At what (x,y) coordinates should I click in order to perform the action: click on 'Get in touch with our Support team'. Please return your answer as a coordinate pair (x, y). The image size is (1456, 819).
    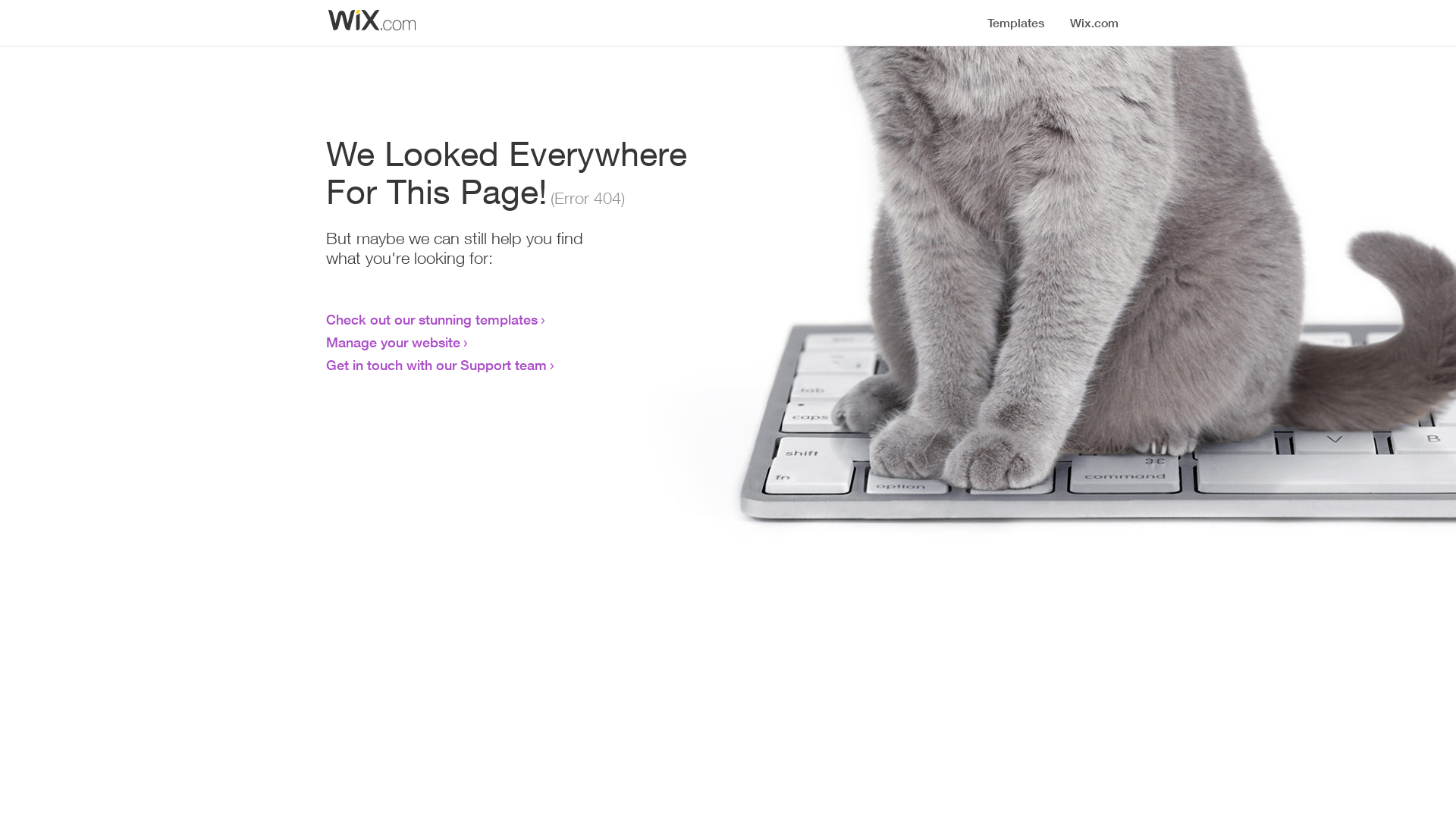
    Looking at the image, I should click on (435, 365).